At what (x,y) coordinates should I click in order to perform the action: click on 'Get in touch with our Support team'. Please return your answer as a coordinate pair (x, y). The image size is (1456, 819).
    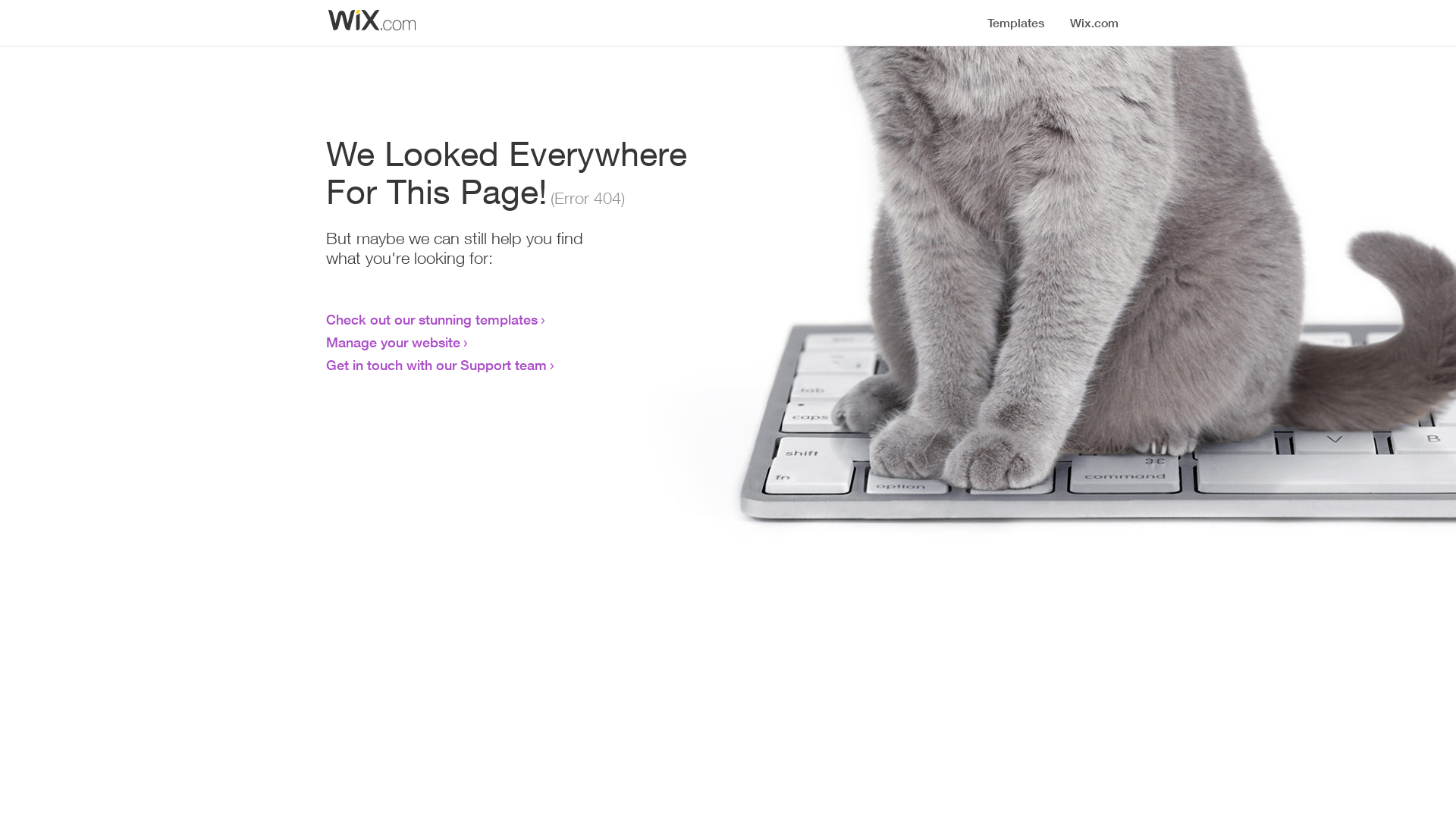
    Looking at the image, I should click on (435, 365).